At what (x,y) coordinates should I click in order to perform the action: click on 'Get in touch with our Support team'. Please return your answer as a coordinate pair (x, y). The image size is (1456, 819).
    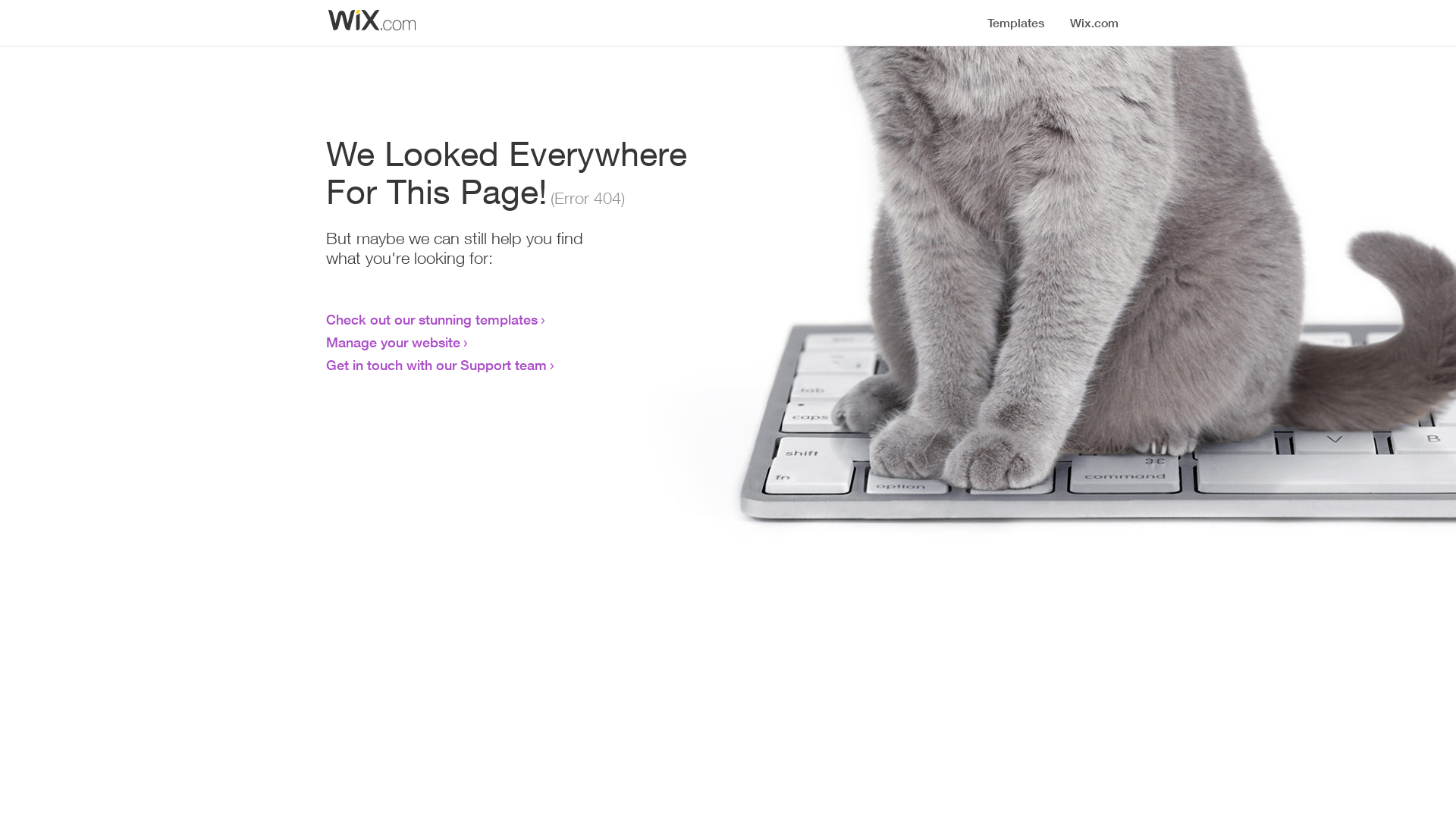
    Looking at the image, I should click on (435, 365).